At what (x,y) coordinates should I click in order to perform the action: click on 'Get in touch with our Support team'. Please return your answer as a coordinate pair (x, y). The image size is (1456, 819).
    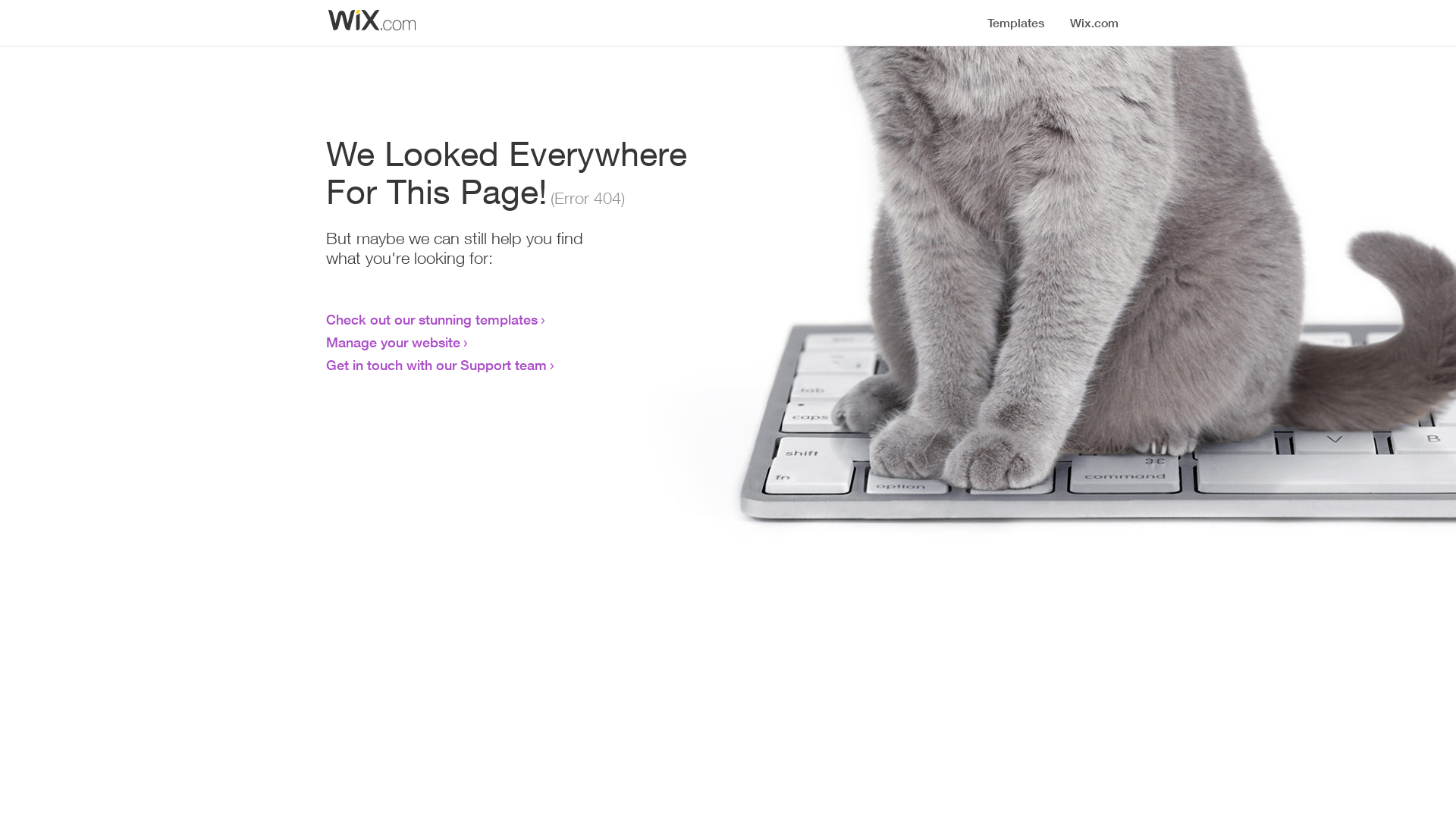
    Looking at the image, I should click on (435, 365).